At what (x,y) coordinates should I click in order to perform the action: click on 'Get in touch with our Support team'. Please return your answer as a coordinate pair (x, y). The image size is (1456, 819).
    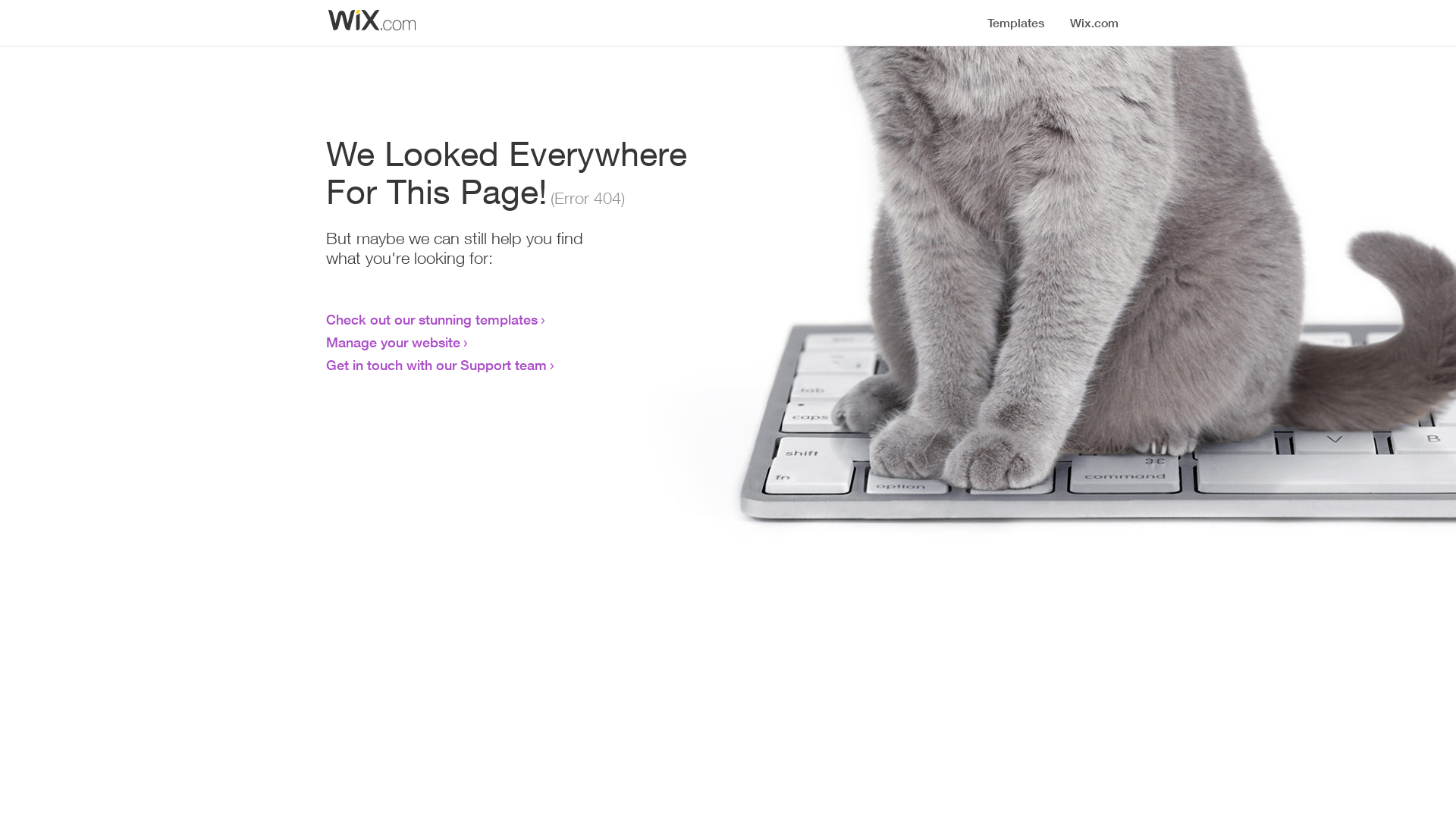
    Looking at the image, I should click on (435, 365).